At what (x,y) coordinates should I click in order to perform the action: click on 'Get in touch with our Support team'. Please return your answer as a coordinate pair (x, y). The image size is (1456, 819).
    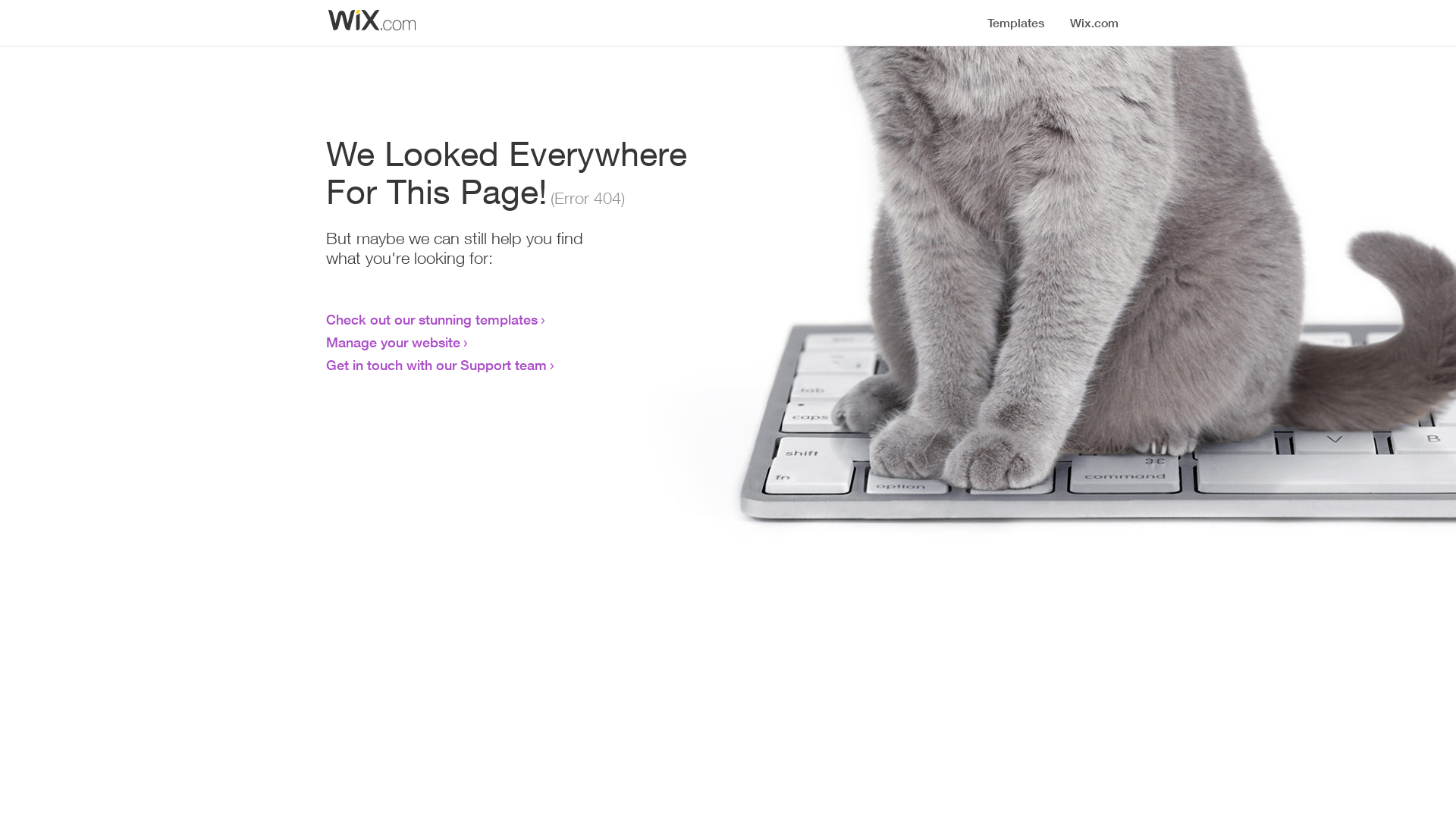
    Looking at the image, I should click on (435, 365).